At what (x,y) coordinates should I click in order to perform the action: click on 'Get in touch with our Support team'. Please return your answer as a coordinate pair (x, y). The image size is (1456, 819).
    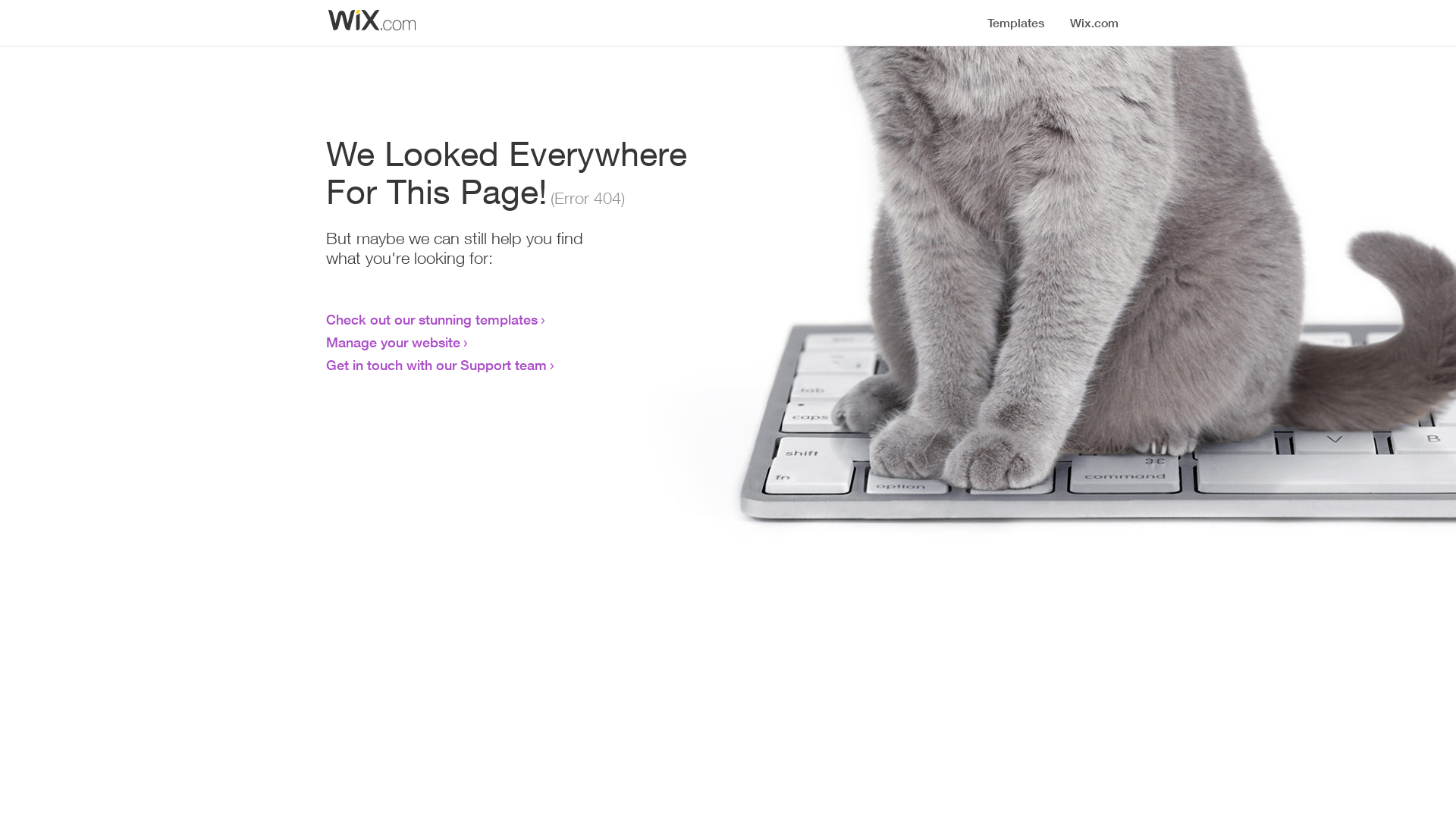
    Looking at the image, I should click on (435, 365).